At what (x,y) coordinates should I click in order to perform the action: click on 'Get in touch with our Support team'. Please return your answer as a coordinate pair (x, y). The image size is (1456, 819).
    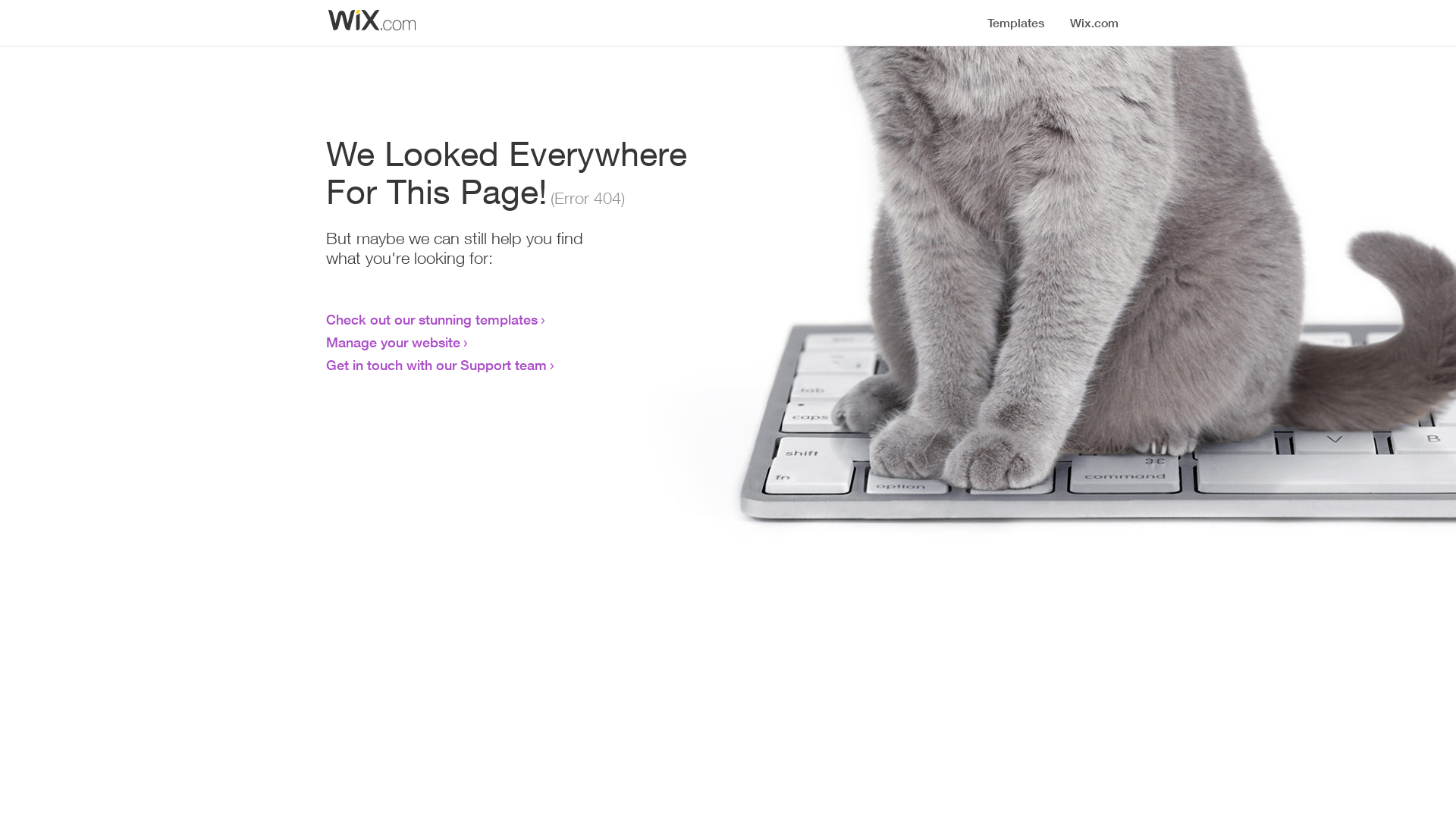
    Looking at the image, I should click on (435, 365).